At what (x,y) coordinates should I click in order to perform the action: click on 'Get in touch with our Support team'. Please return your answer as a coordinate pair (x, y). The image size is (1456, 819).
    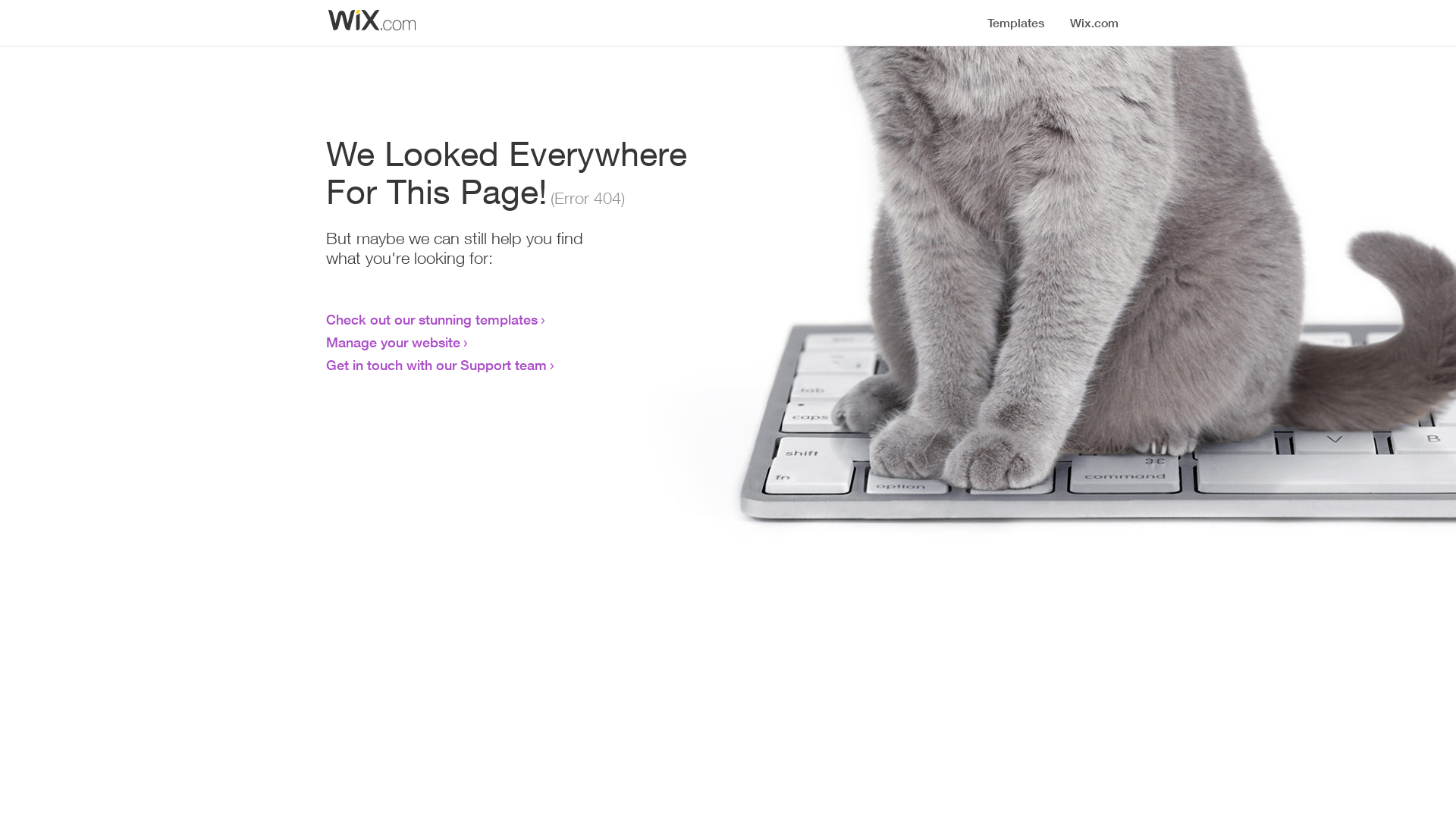
    Looking at the image, I should click on (435, 365).